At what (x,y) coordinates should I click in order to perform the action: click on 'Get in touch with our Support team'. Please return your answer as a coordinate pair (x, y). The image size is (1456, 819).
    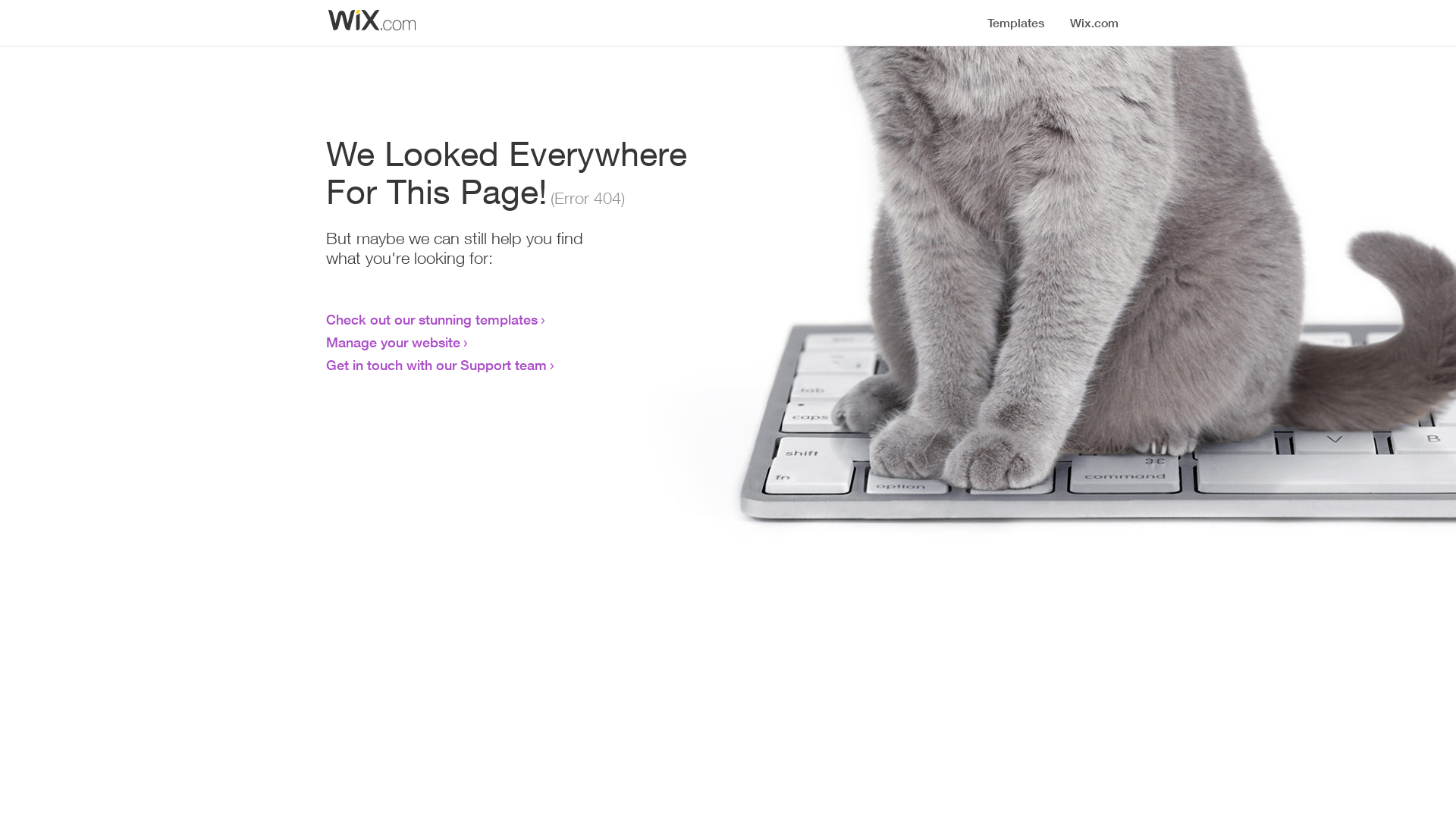
    Looking at the image, I should click on (435, 365).